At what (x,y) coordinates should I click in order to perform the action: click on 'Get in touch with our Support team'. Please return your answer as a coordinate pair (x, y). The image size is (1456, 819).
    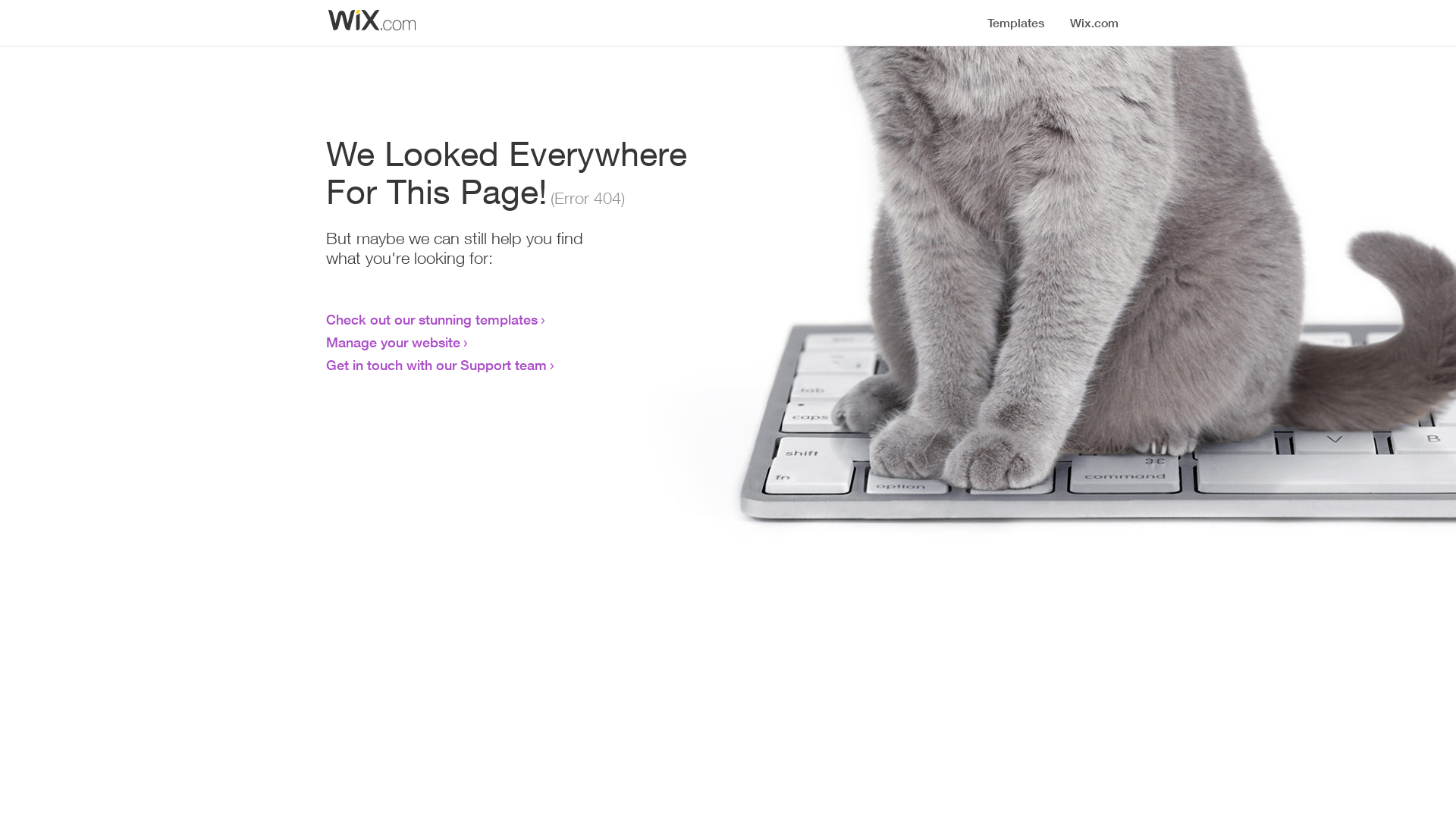
    Looking at the image, I should click on (435, 365).